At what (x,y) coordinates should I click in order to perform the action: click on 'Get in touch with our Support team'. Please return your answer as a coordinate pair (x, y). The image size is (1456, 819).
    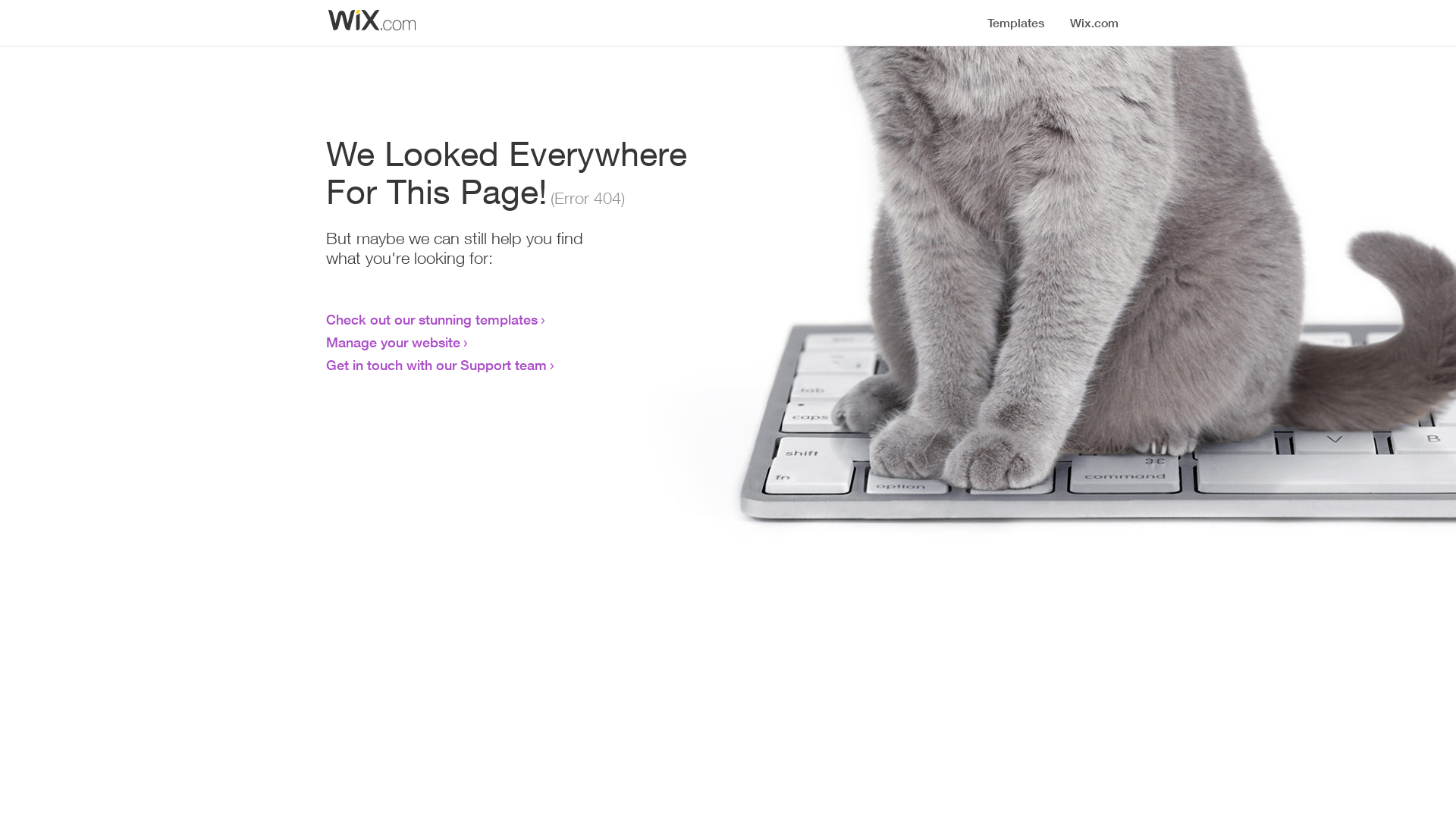
    Looking at the image, I should click on (435, 365).